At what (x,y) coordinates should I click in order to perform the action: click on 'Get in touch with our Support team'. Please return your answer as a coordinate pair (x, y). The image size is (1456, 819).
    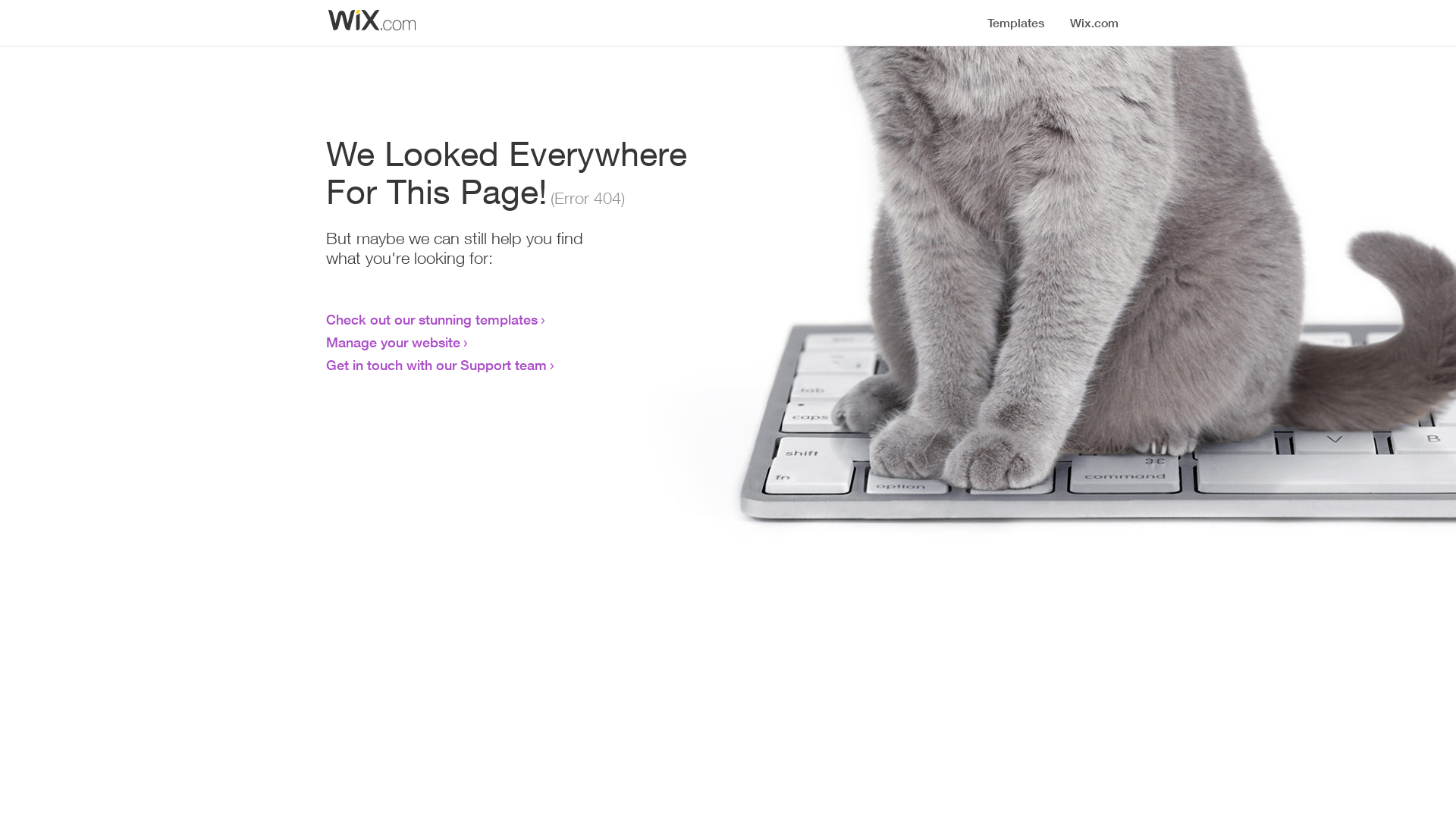
    Looking at the image, I should click on (435, 365).